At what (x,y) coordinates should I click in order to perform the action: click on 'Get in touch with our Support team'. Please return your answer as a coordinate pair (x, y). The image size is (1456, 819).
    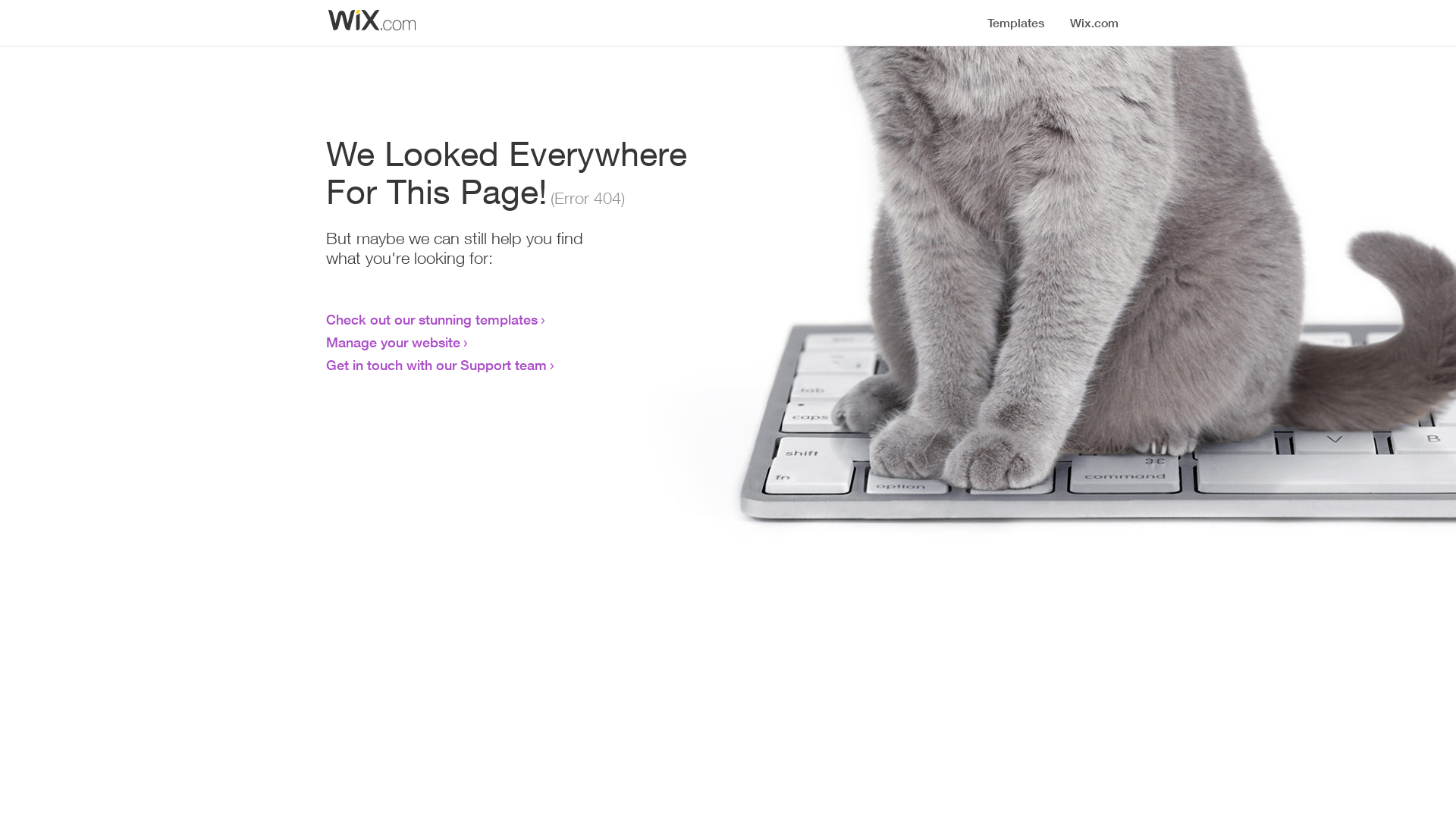
    Looking at the image, I should click on (435, 365).